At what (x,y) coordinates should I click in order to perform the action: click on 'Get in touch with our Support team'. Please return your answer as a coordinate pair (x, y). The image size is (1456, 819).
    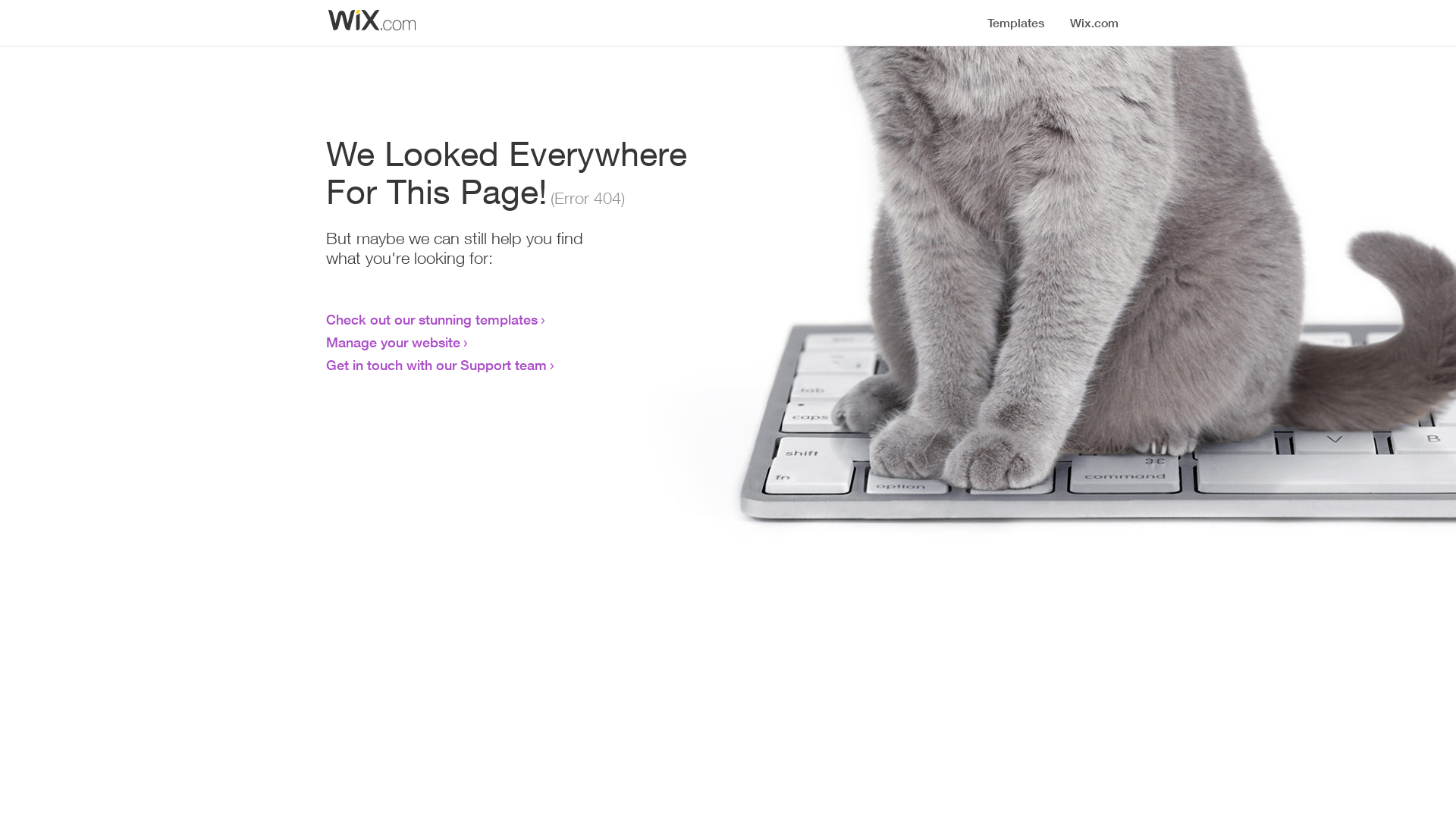
    Looking at the image, I should click on (435, 365).